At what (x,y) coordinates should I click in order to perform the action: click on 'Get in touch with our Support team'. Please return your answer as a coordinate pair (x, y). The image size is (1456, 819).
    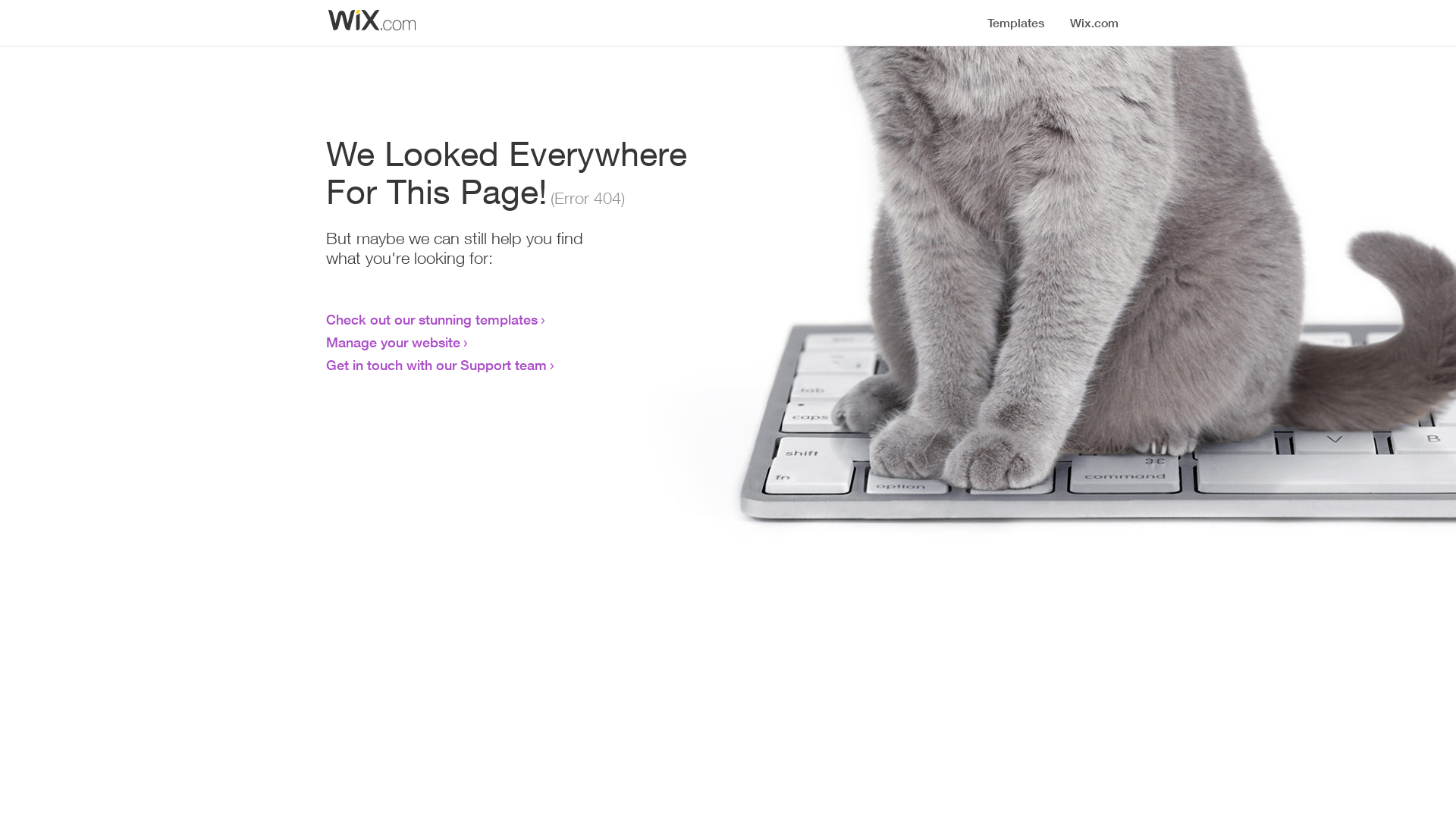
    Looking at the image, I should click on (435, 365).